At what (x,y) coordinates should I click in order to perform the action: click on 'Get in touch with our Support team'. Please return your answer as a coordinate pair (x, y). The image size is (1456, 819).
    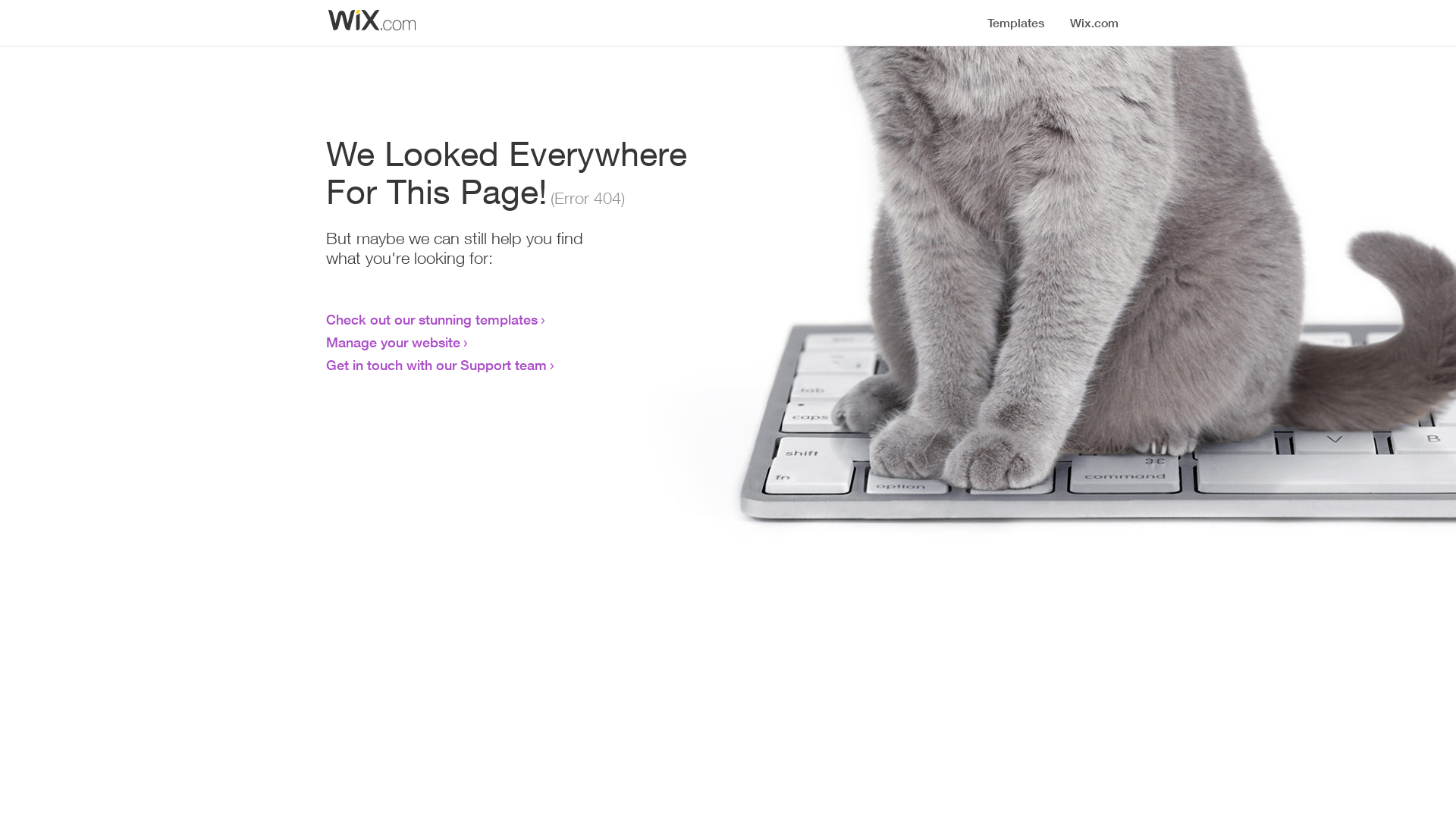
    Looking at the image, I should click on (435, 365).